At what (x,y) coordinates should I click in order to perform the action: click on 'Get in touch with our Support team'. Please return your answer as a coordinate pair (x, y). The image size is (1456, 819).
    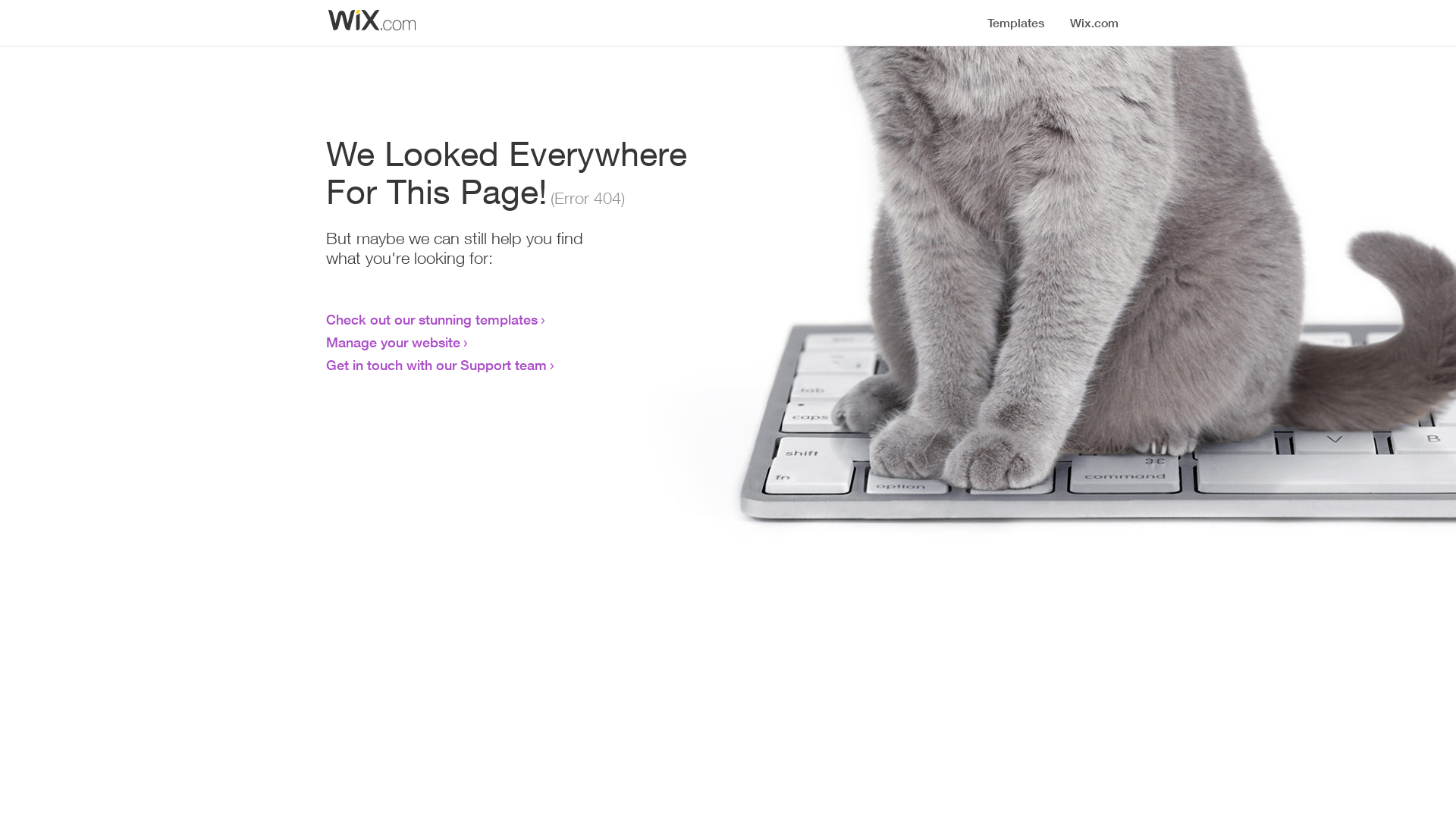
    Looking at the image, I should click on (435, 365).